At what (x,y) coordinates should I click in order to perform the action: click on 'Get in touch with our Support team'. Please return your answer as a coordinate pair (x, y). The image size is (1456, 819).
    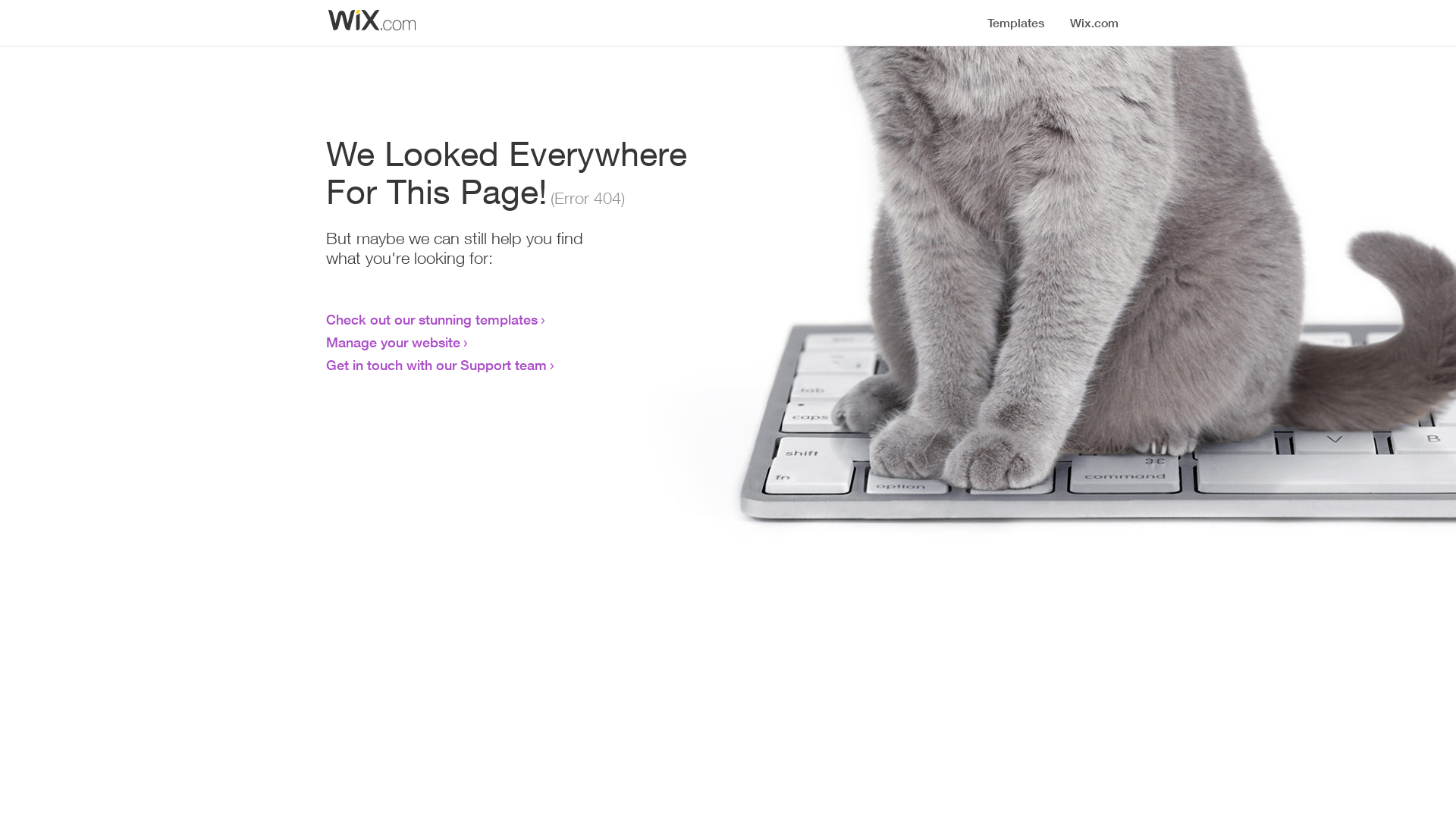
    Looking at the image, I should click on (435, 365).